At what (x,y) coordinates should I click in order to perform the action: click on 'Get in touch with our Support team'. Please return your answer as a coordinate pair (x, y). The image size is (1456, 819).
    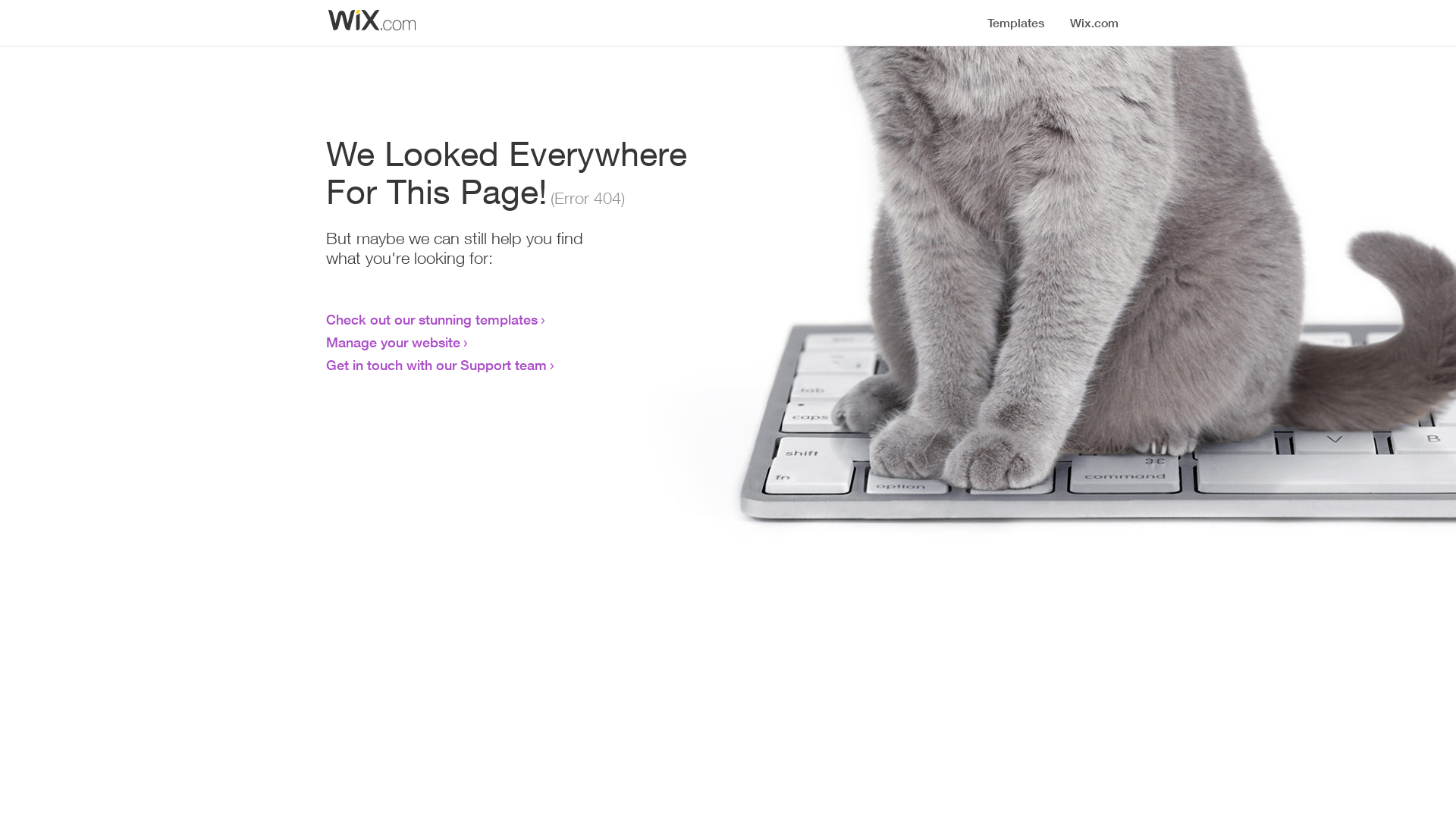
    Looking at the image, I should click on (435, 365).